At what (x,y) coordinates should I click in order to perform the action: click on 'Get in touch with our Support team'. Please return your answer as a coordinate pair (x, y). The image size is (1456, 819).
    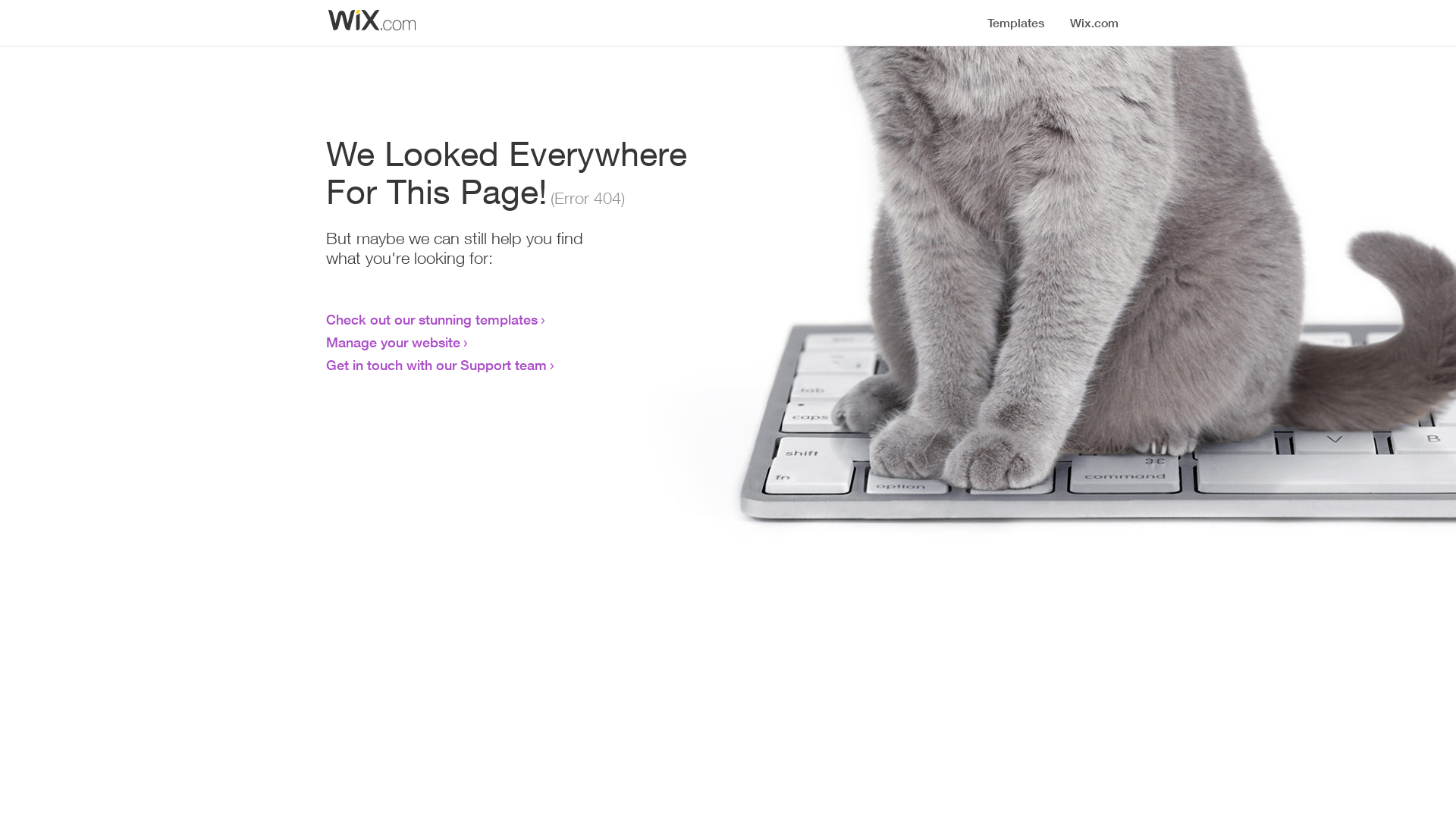
    Looking at the image, I should click on (435, 365).